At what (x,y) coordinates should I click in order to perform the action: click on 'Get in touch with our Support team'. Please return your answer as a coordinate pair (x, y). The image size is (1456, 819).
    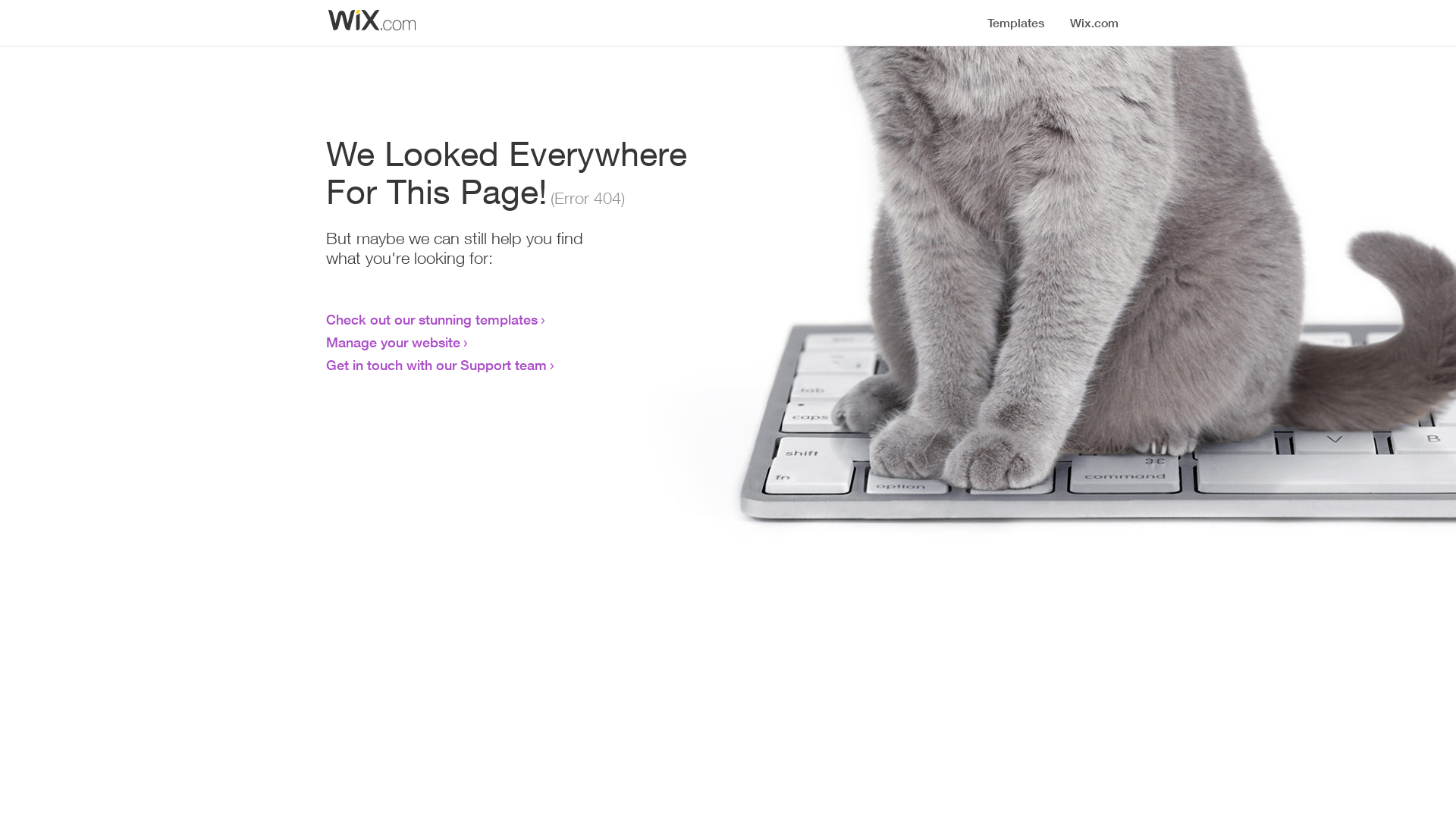
    Looking at the image, I should click on (435, 365).